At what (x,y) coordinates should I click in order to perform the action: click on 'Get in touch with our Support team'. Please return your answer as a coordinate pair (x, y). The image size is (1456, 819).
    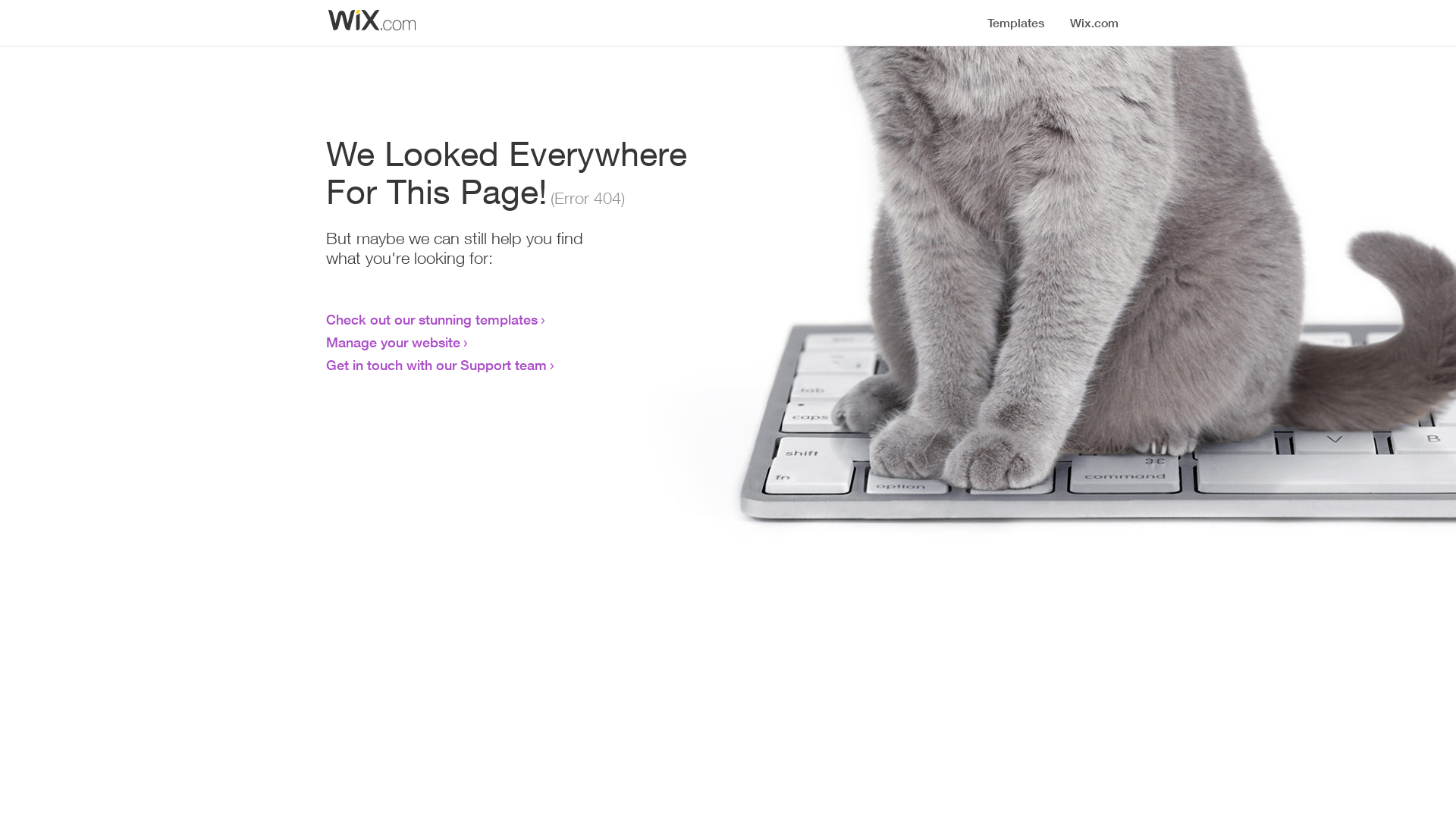
    Looking at the image, I should click on (435, 365).